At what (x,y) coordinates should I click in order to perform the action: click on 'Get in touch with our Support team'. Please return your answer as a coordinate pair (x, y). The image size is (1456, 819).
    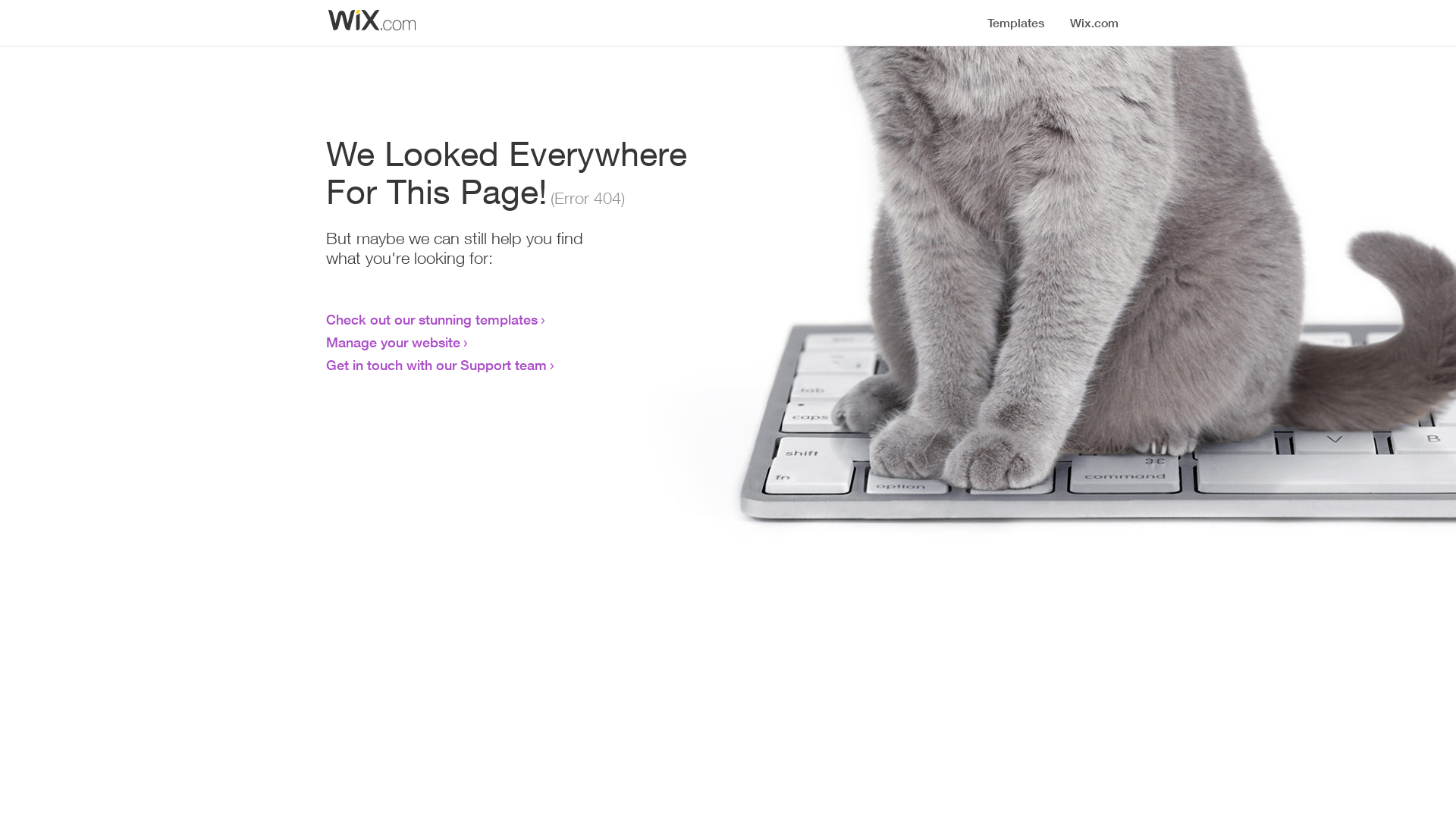
    Looking at the image, I should click on (435, 365).